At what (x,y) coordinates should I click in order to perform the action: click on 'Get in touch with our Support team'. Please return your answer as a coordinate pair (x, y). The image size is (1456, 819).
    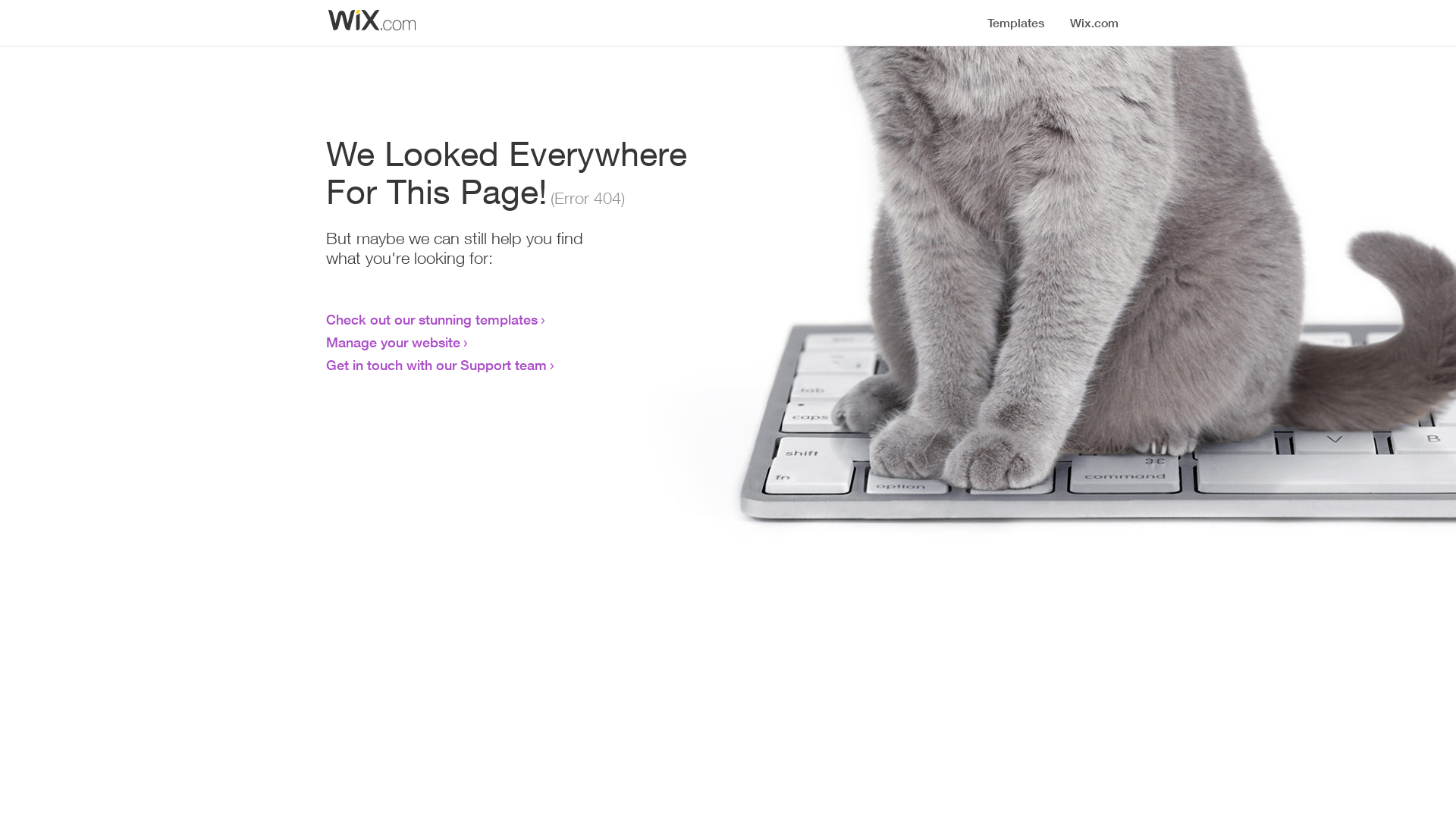
    Looking at the image, I should click on (435, 365).